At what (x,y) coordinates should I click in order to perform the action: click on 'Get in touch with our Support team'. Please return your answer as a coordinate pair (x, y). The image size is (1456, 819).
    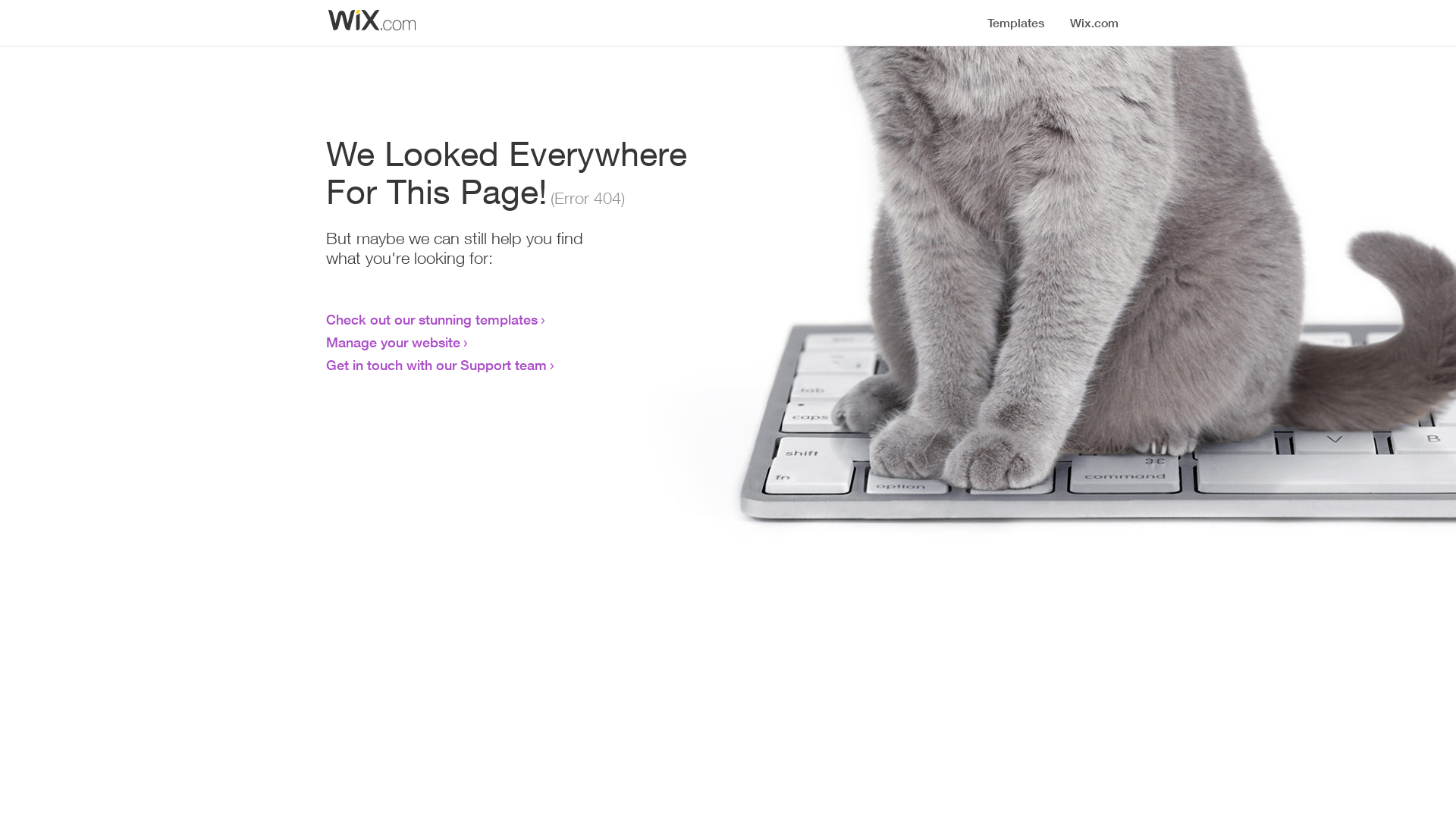
    Looking at the image, I should click on (435, 365).